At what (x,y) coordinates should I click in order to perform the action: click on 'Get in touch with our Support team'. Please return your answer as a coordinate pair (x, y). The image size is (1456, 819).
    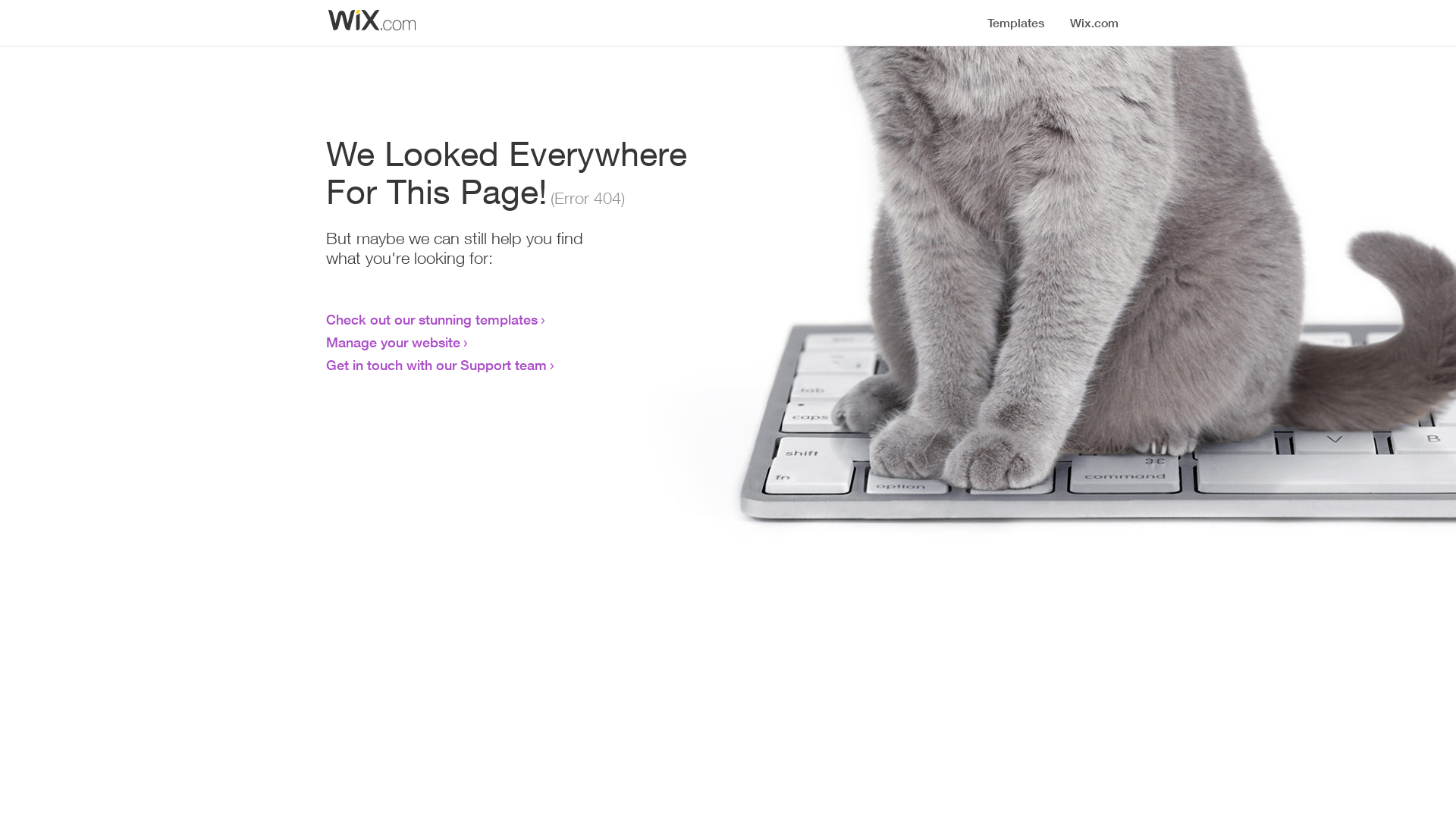
    Looking at the image, I should click on (435, 365).